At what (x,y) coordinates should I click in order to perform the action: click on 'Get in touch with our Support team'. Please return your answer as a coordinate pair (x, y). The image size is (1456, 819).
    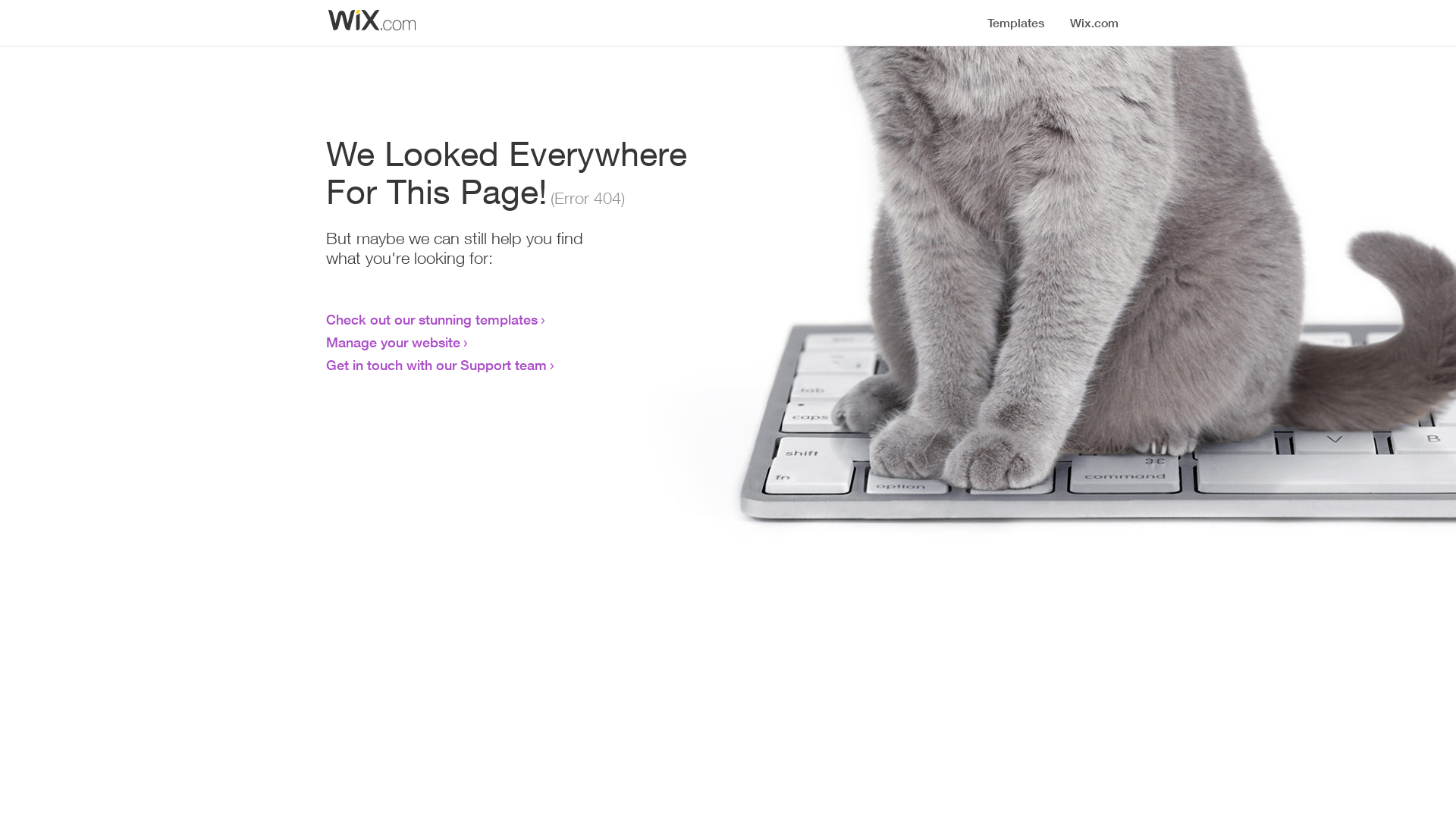
    Looking at the image, I should click on (435, 365).